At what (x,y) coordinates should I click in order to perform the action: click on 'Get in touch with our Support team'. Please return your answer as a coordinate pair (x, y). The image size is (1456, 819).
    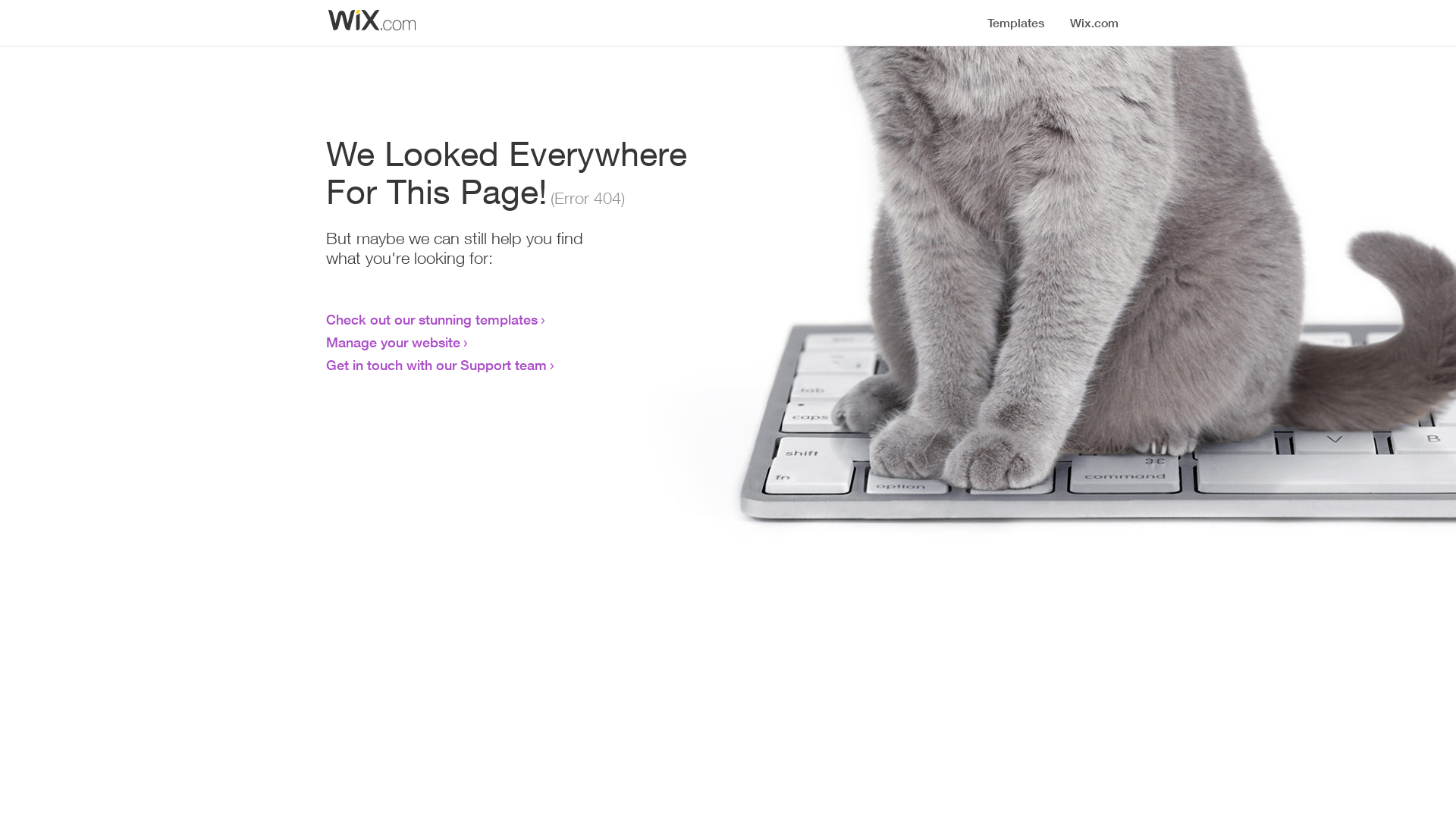
    Looking at the image, I should click on (435, 365).